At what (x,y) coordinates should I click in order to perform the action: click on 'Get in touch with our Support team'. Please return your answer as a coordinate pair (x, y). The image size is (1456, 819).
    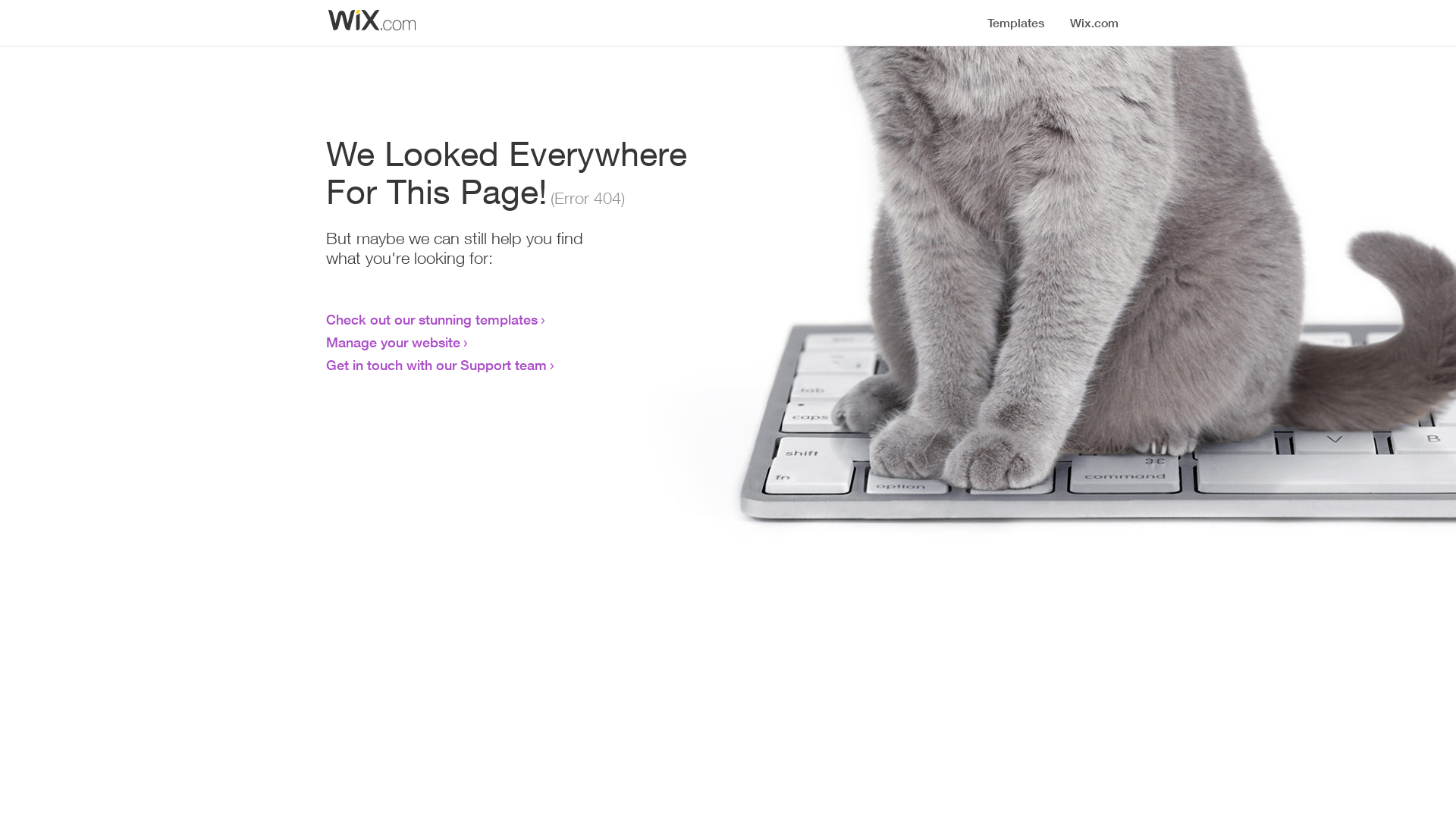
    Looking at the image, I should click on (435, 365).